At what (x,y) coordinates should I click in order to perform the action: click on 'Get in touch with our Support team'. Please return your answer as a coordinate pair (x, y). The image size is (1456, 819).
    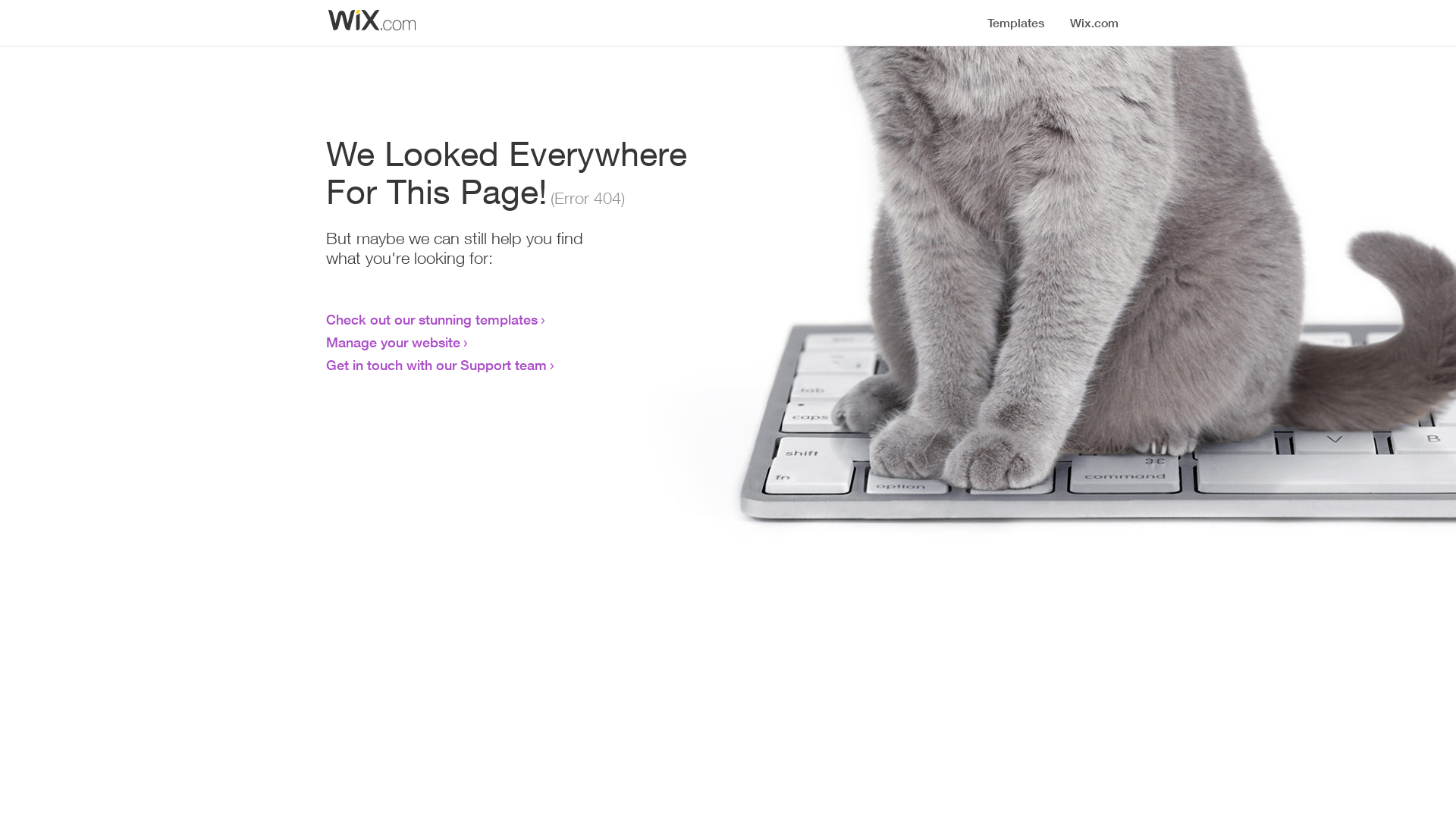
    Looking at the image, I should click on (435, 365).